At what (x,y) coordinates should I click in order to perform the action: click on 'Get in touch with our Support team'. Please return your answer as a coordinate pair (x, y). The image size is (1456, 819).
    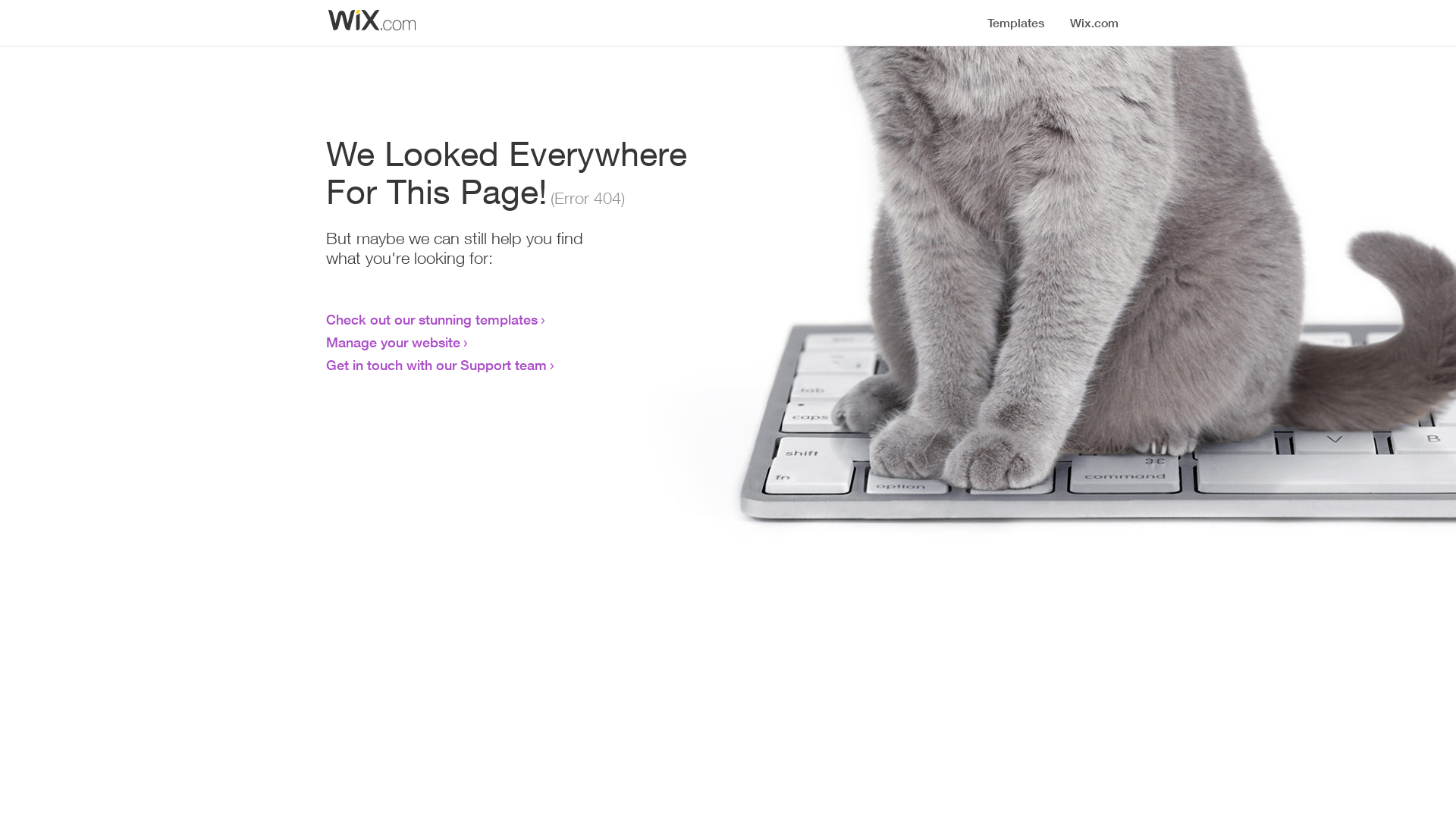
    Looking at the image, I should click on (435, 365).